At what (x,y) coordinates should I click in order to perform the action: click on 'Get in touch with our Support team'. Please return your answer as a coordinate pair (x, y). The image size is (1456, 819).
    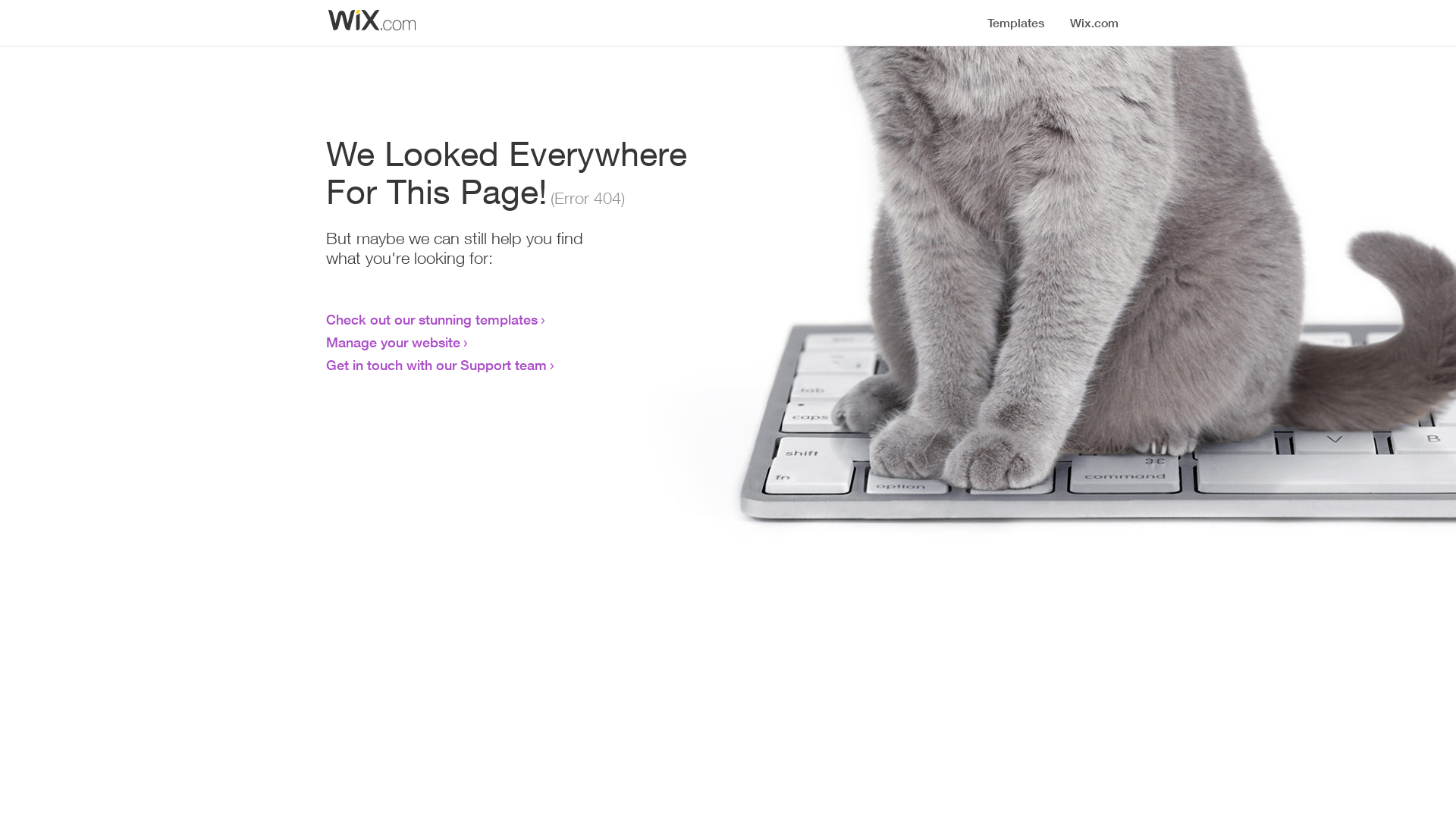
    Looking at the image, I should click on (435, 365).